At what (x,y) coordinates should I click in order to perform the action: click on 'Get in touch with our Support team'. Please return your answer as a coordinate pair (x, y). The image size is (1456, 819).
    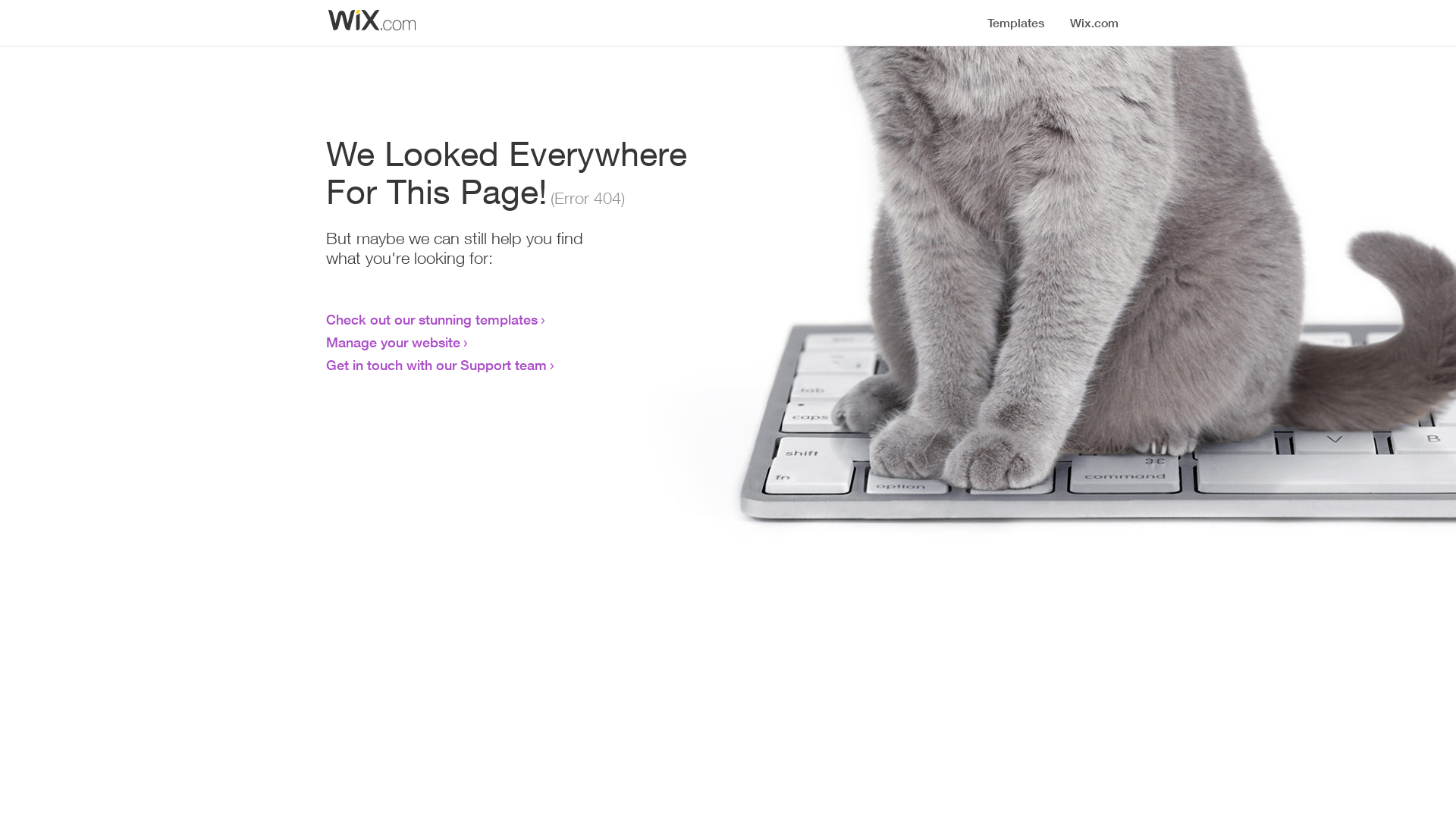
    Looking at the image, I should click on (435, 365).